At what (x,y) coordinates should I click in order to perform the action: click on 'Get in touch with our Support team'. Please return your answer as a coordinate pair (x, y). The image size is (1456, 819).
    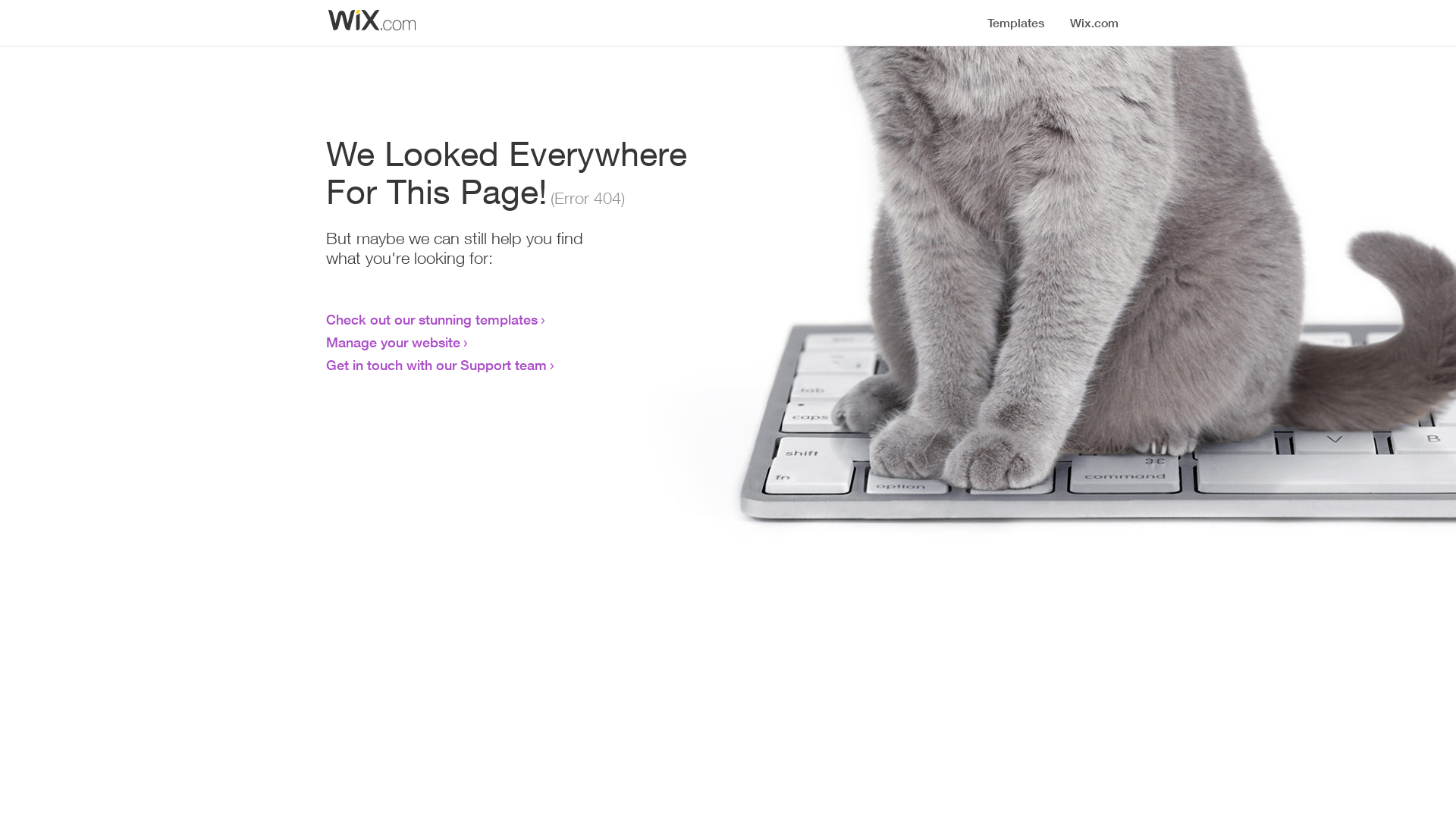
    Looking at the image, I should click on (435, 365).